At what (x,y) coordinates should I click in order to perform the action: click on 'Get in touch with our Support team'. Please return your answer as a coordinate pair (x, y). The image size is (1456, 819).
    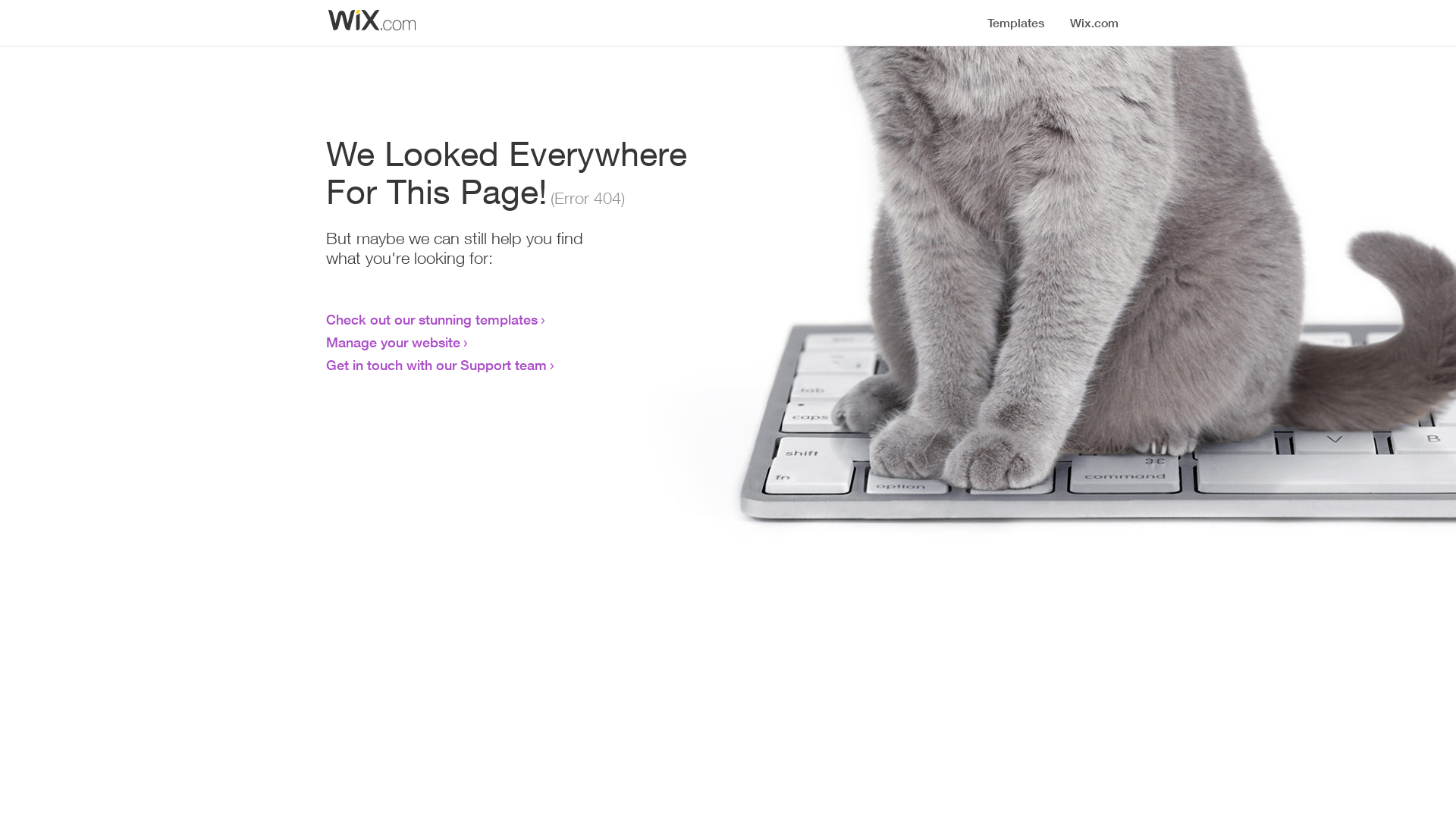
    Looking at the image, I should click on (435, 365).